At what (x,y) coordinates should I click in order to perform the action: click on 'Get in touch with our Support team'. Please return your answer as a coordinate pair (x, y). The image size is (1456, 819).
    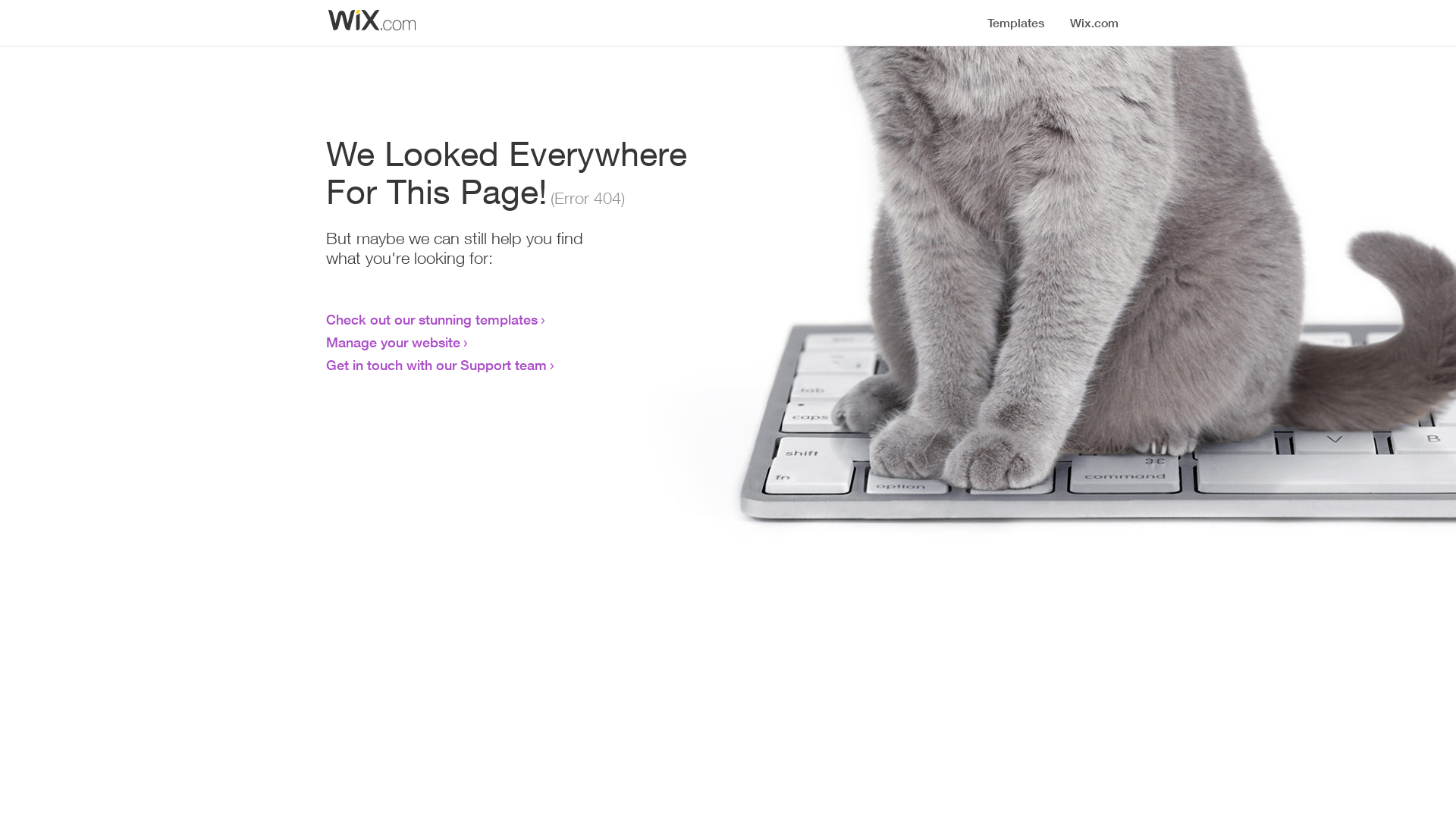
    Looking at the image, I should click on (435, 365).